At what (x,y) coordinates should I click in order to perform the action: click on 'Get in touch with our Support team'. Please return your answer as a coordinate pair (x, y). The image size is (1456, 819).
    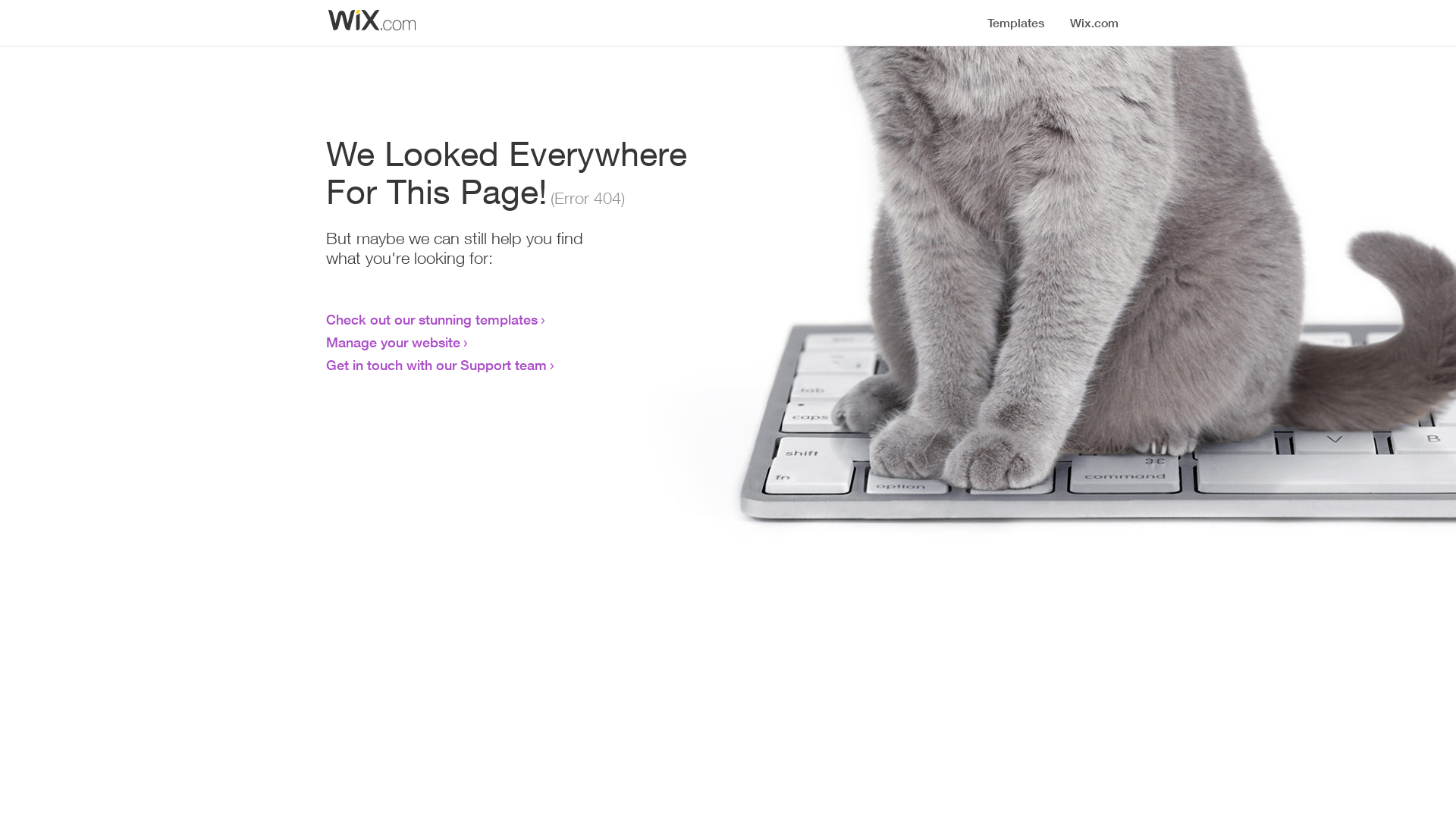
    Looking at the image, I should click on (435, 365).